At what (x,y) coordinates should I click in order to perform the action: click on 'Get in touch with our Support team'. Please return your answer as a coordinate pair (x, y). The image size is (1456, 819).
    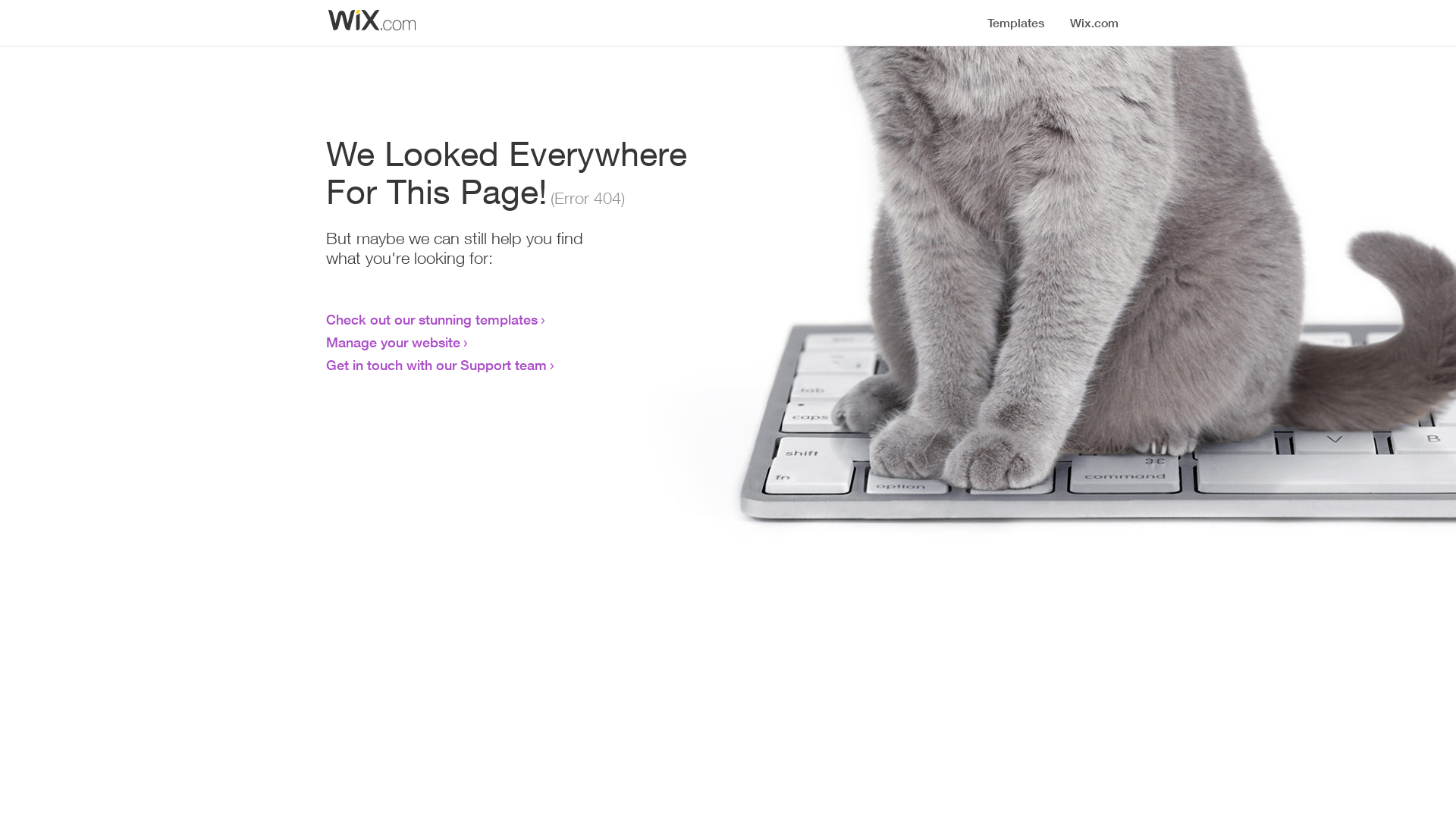
    Looking at the image, I should click on (435, 365).